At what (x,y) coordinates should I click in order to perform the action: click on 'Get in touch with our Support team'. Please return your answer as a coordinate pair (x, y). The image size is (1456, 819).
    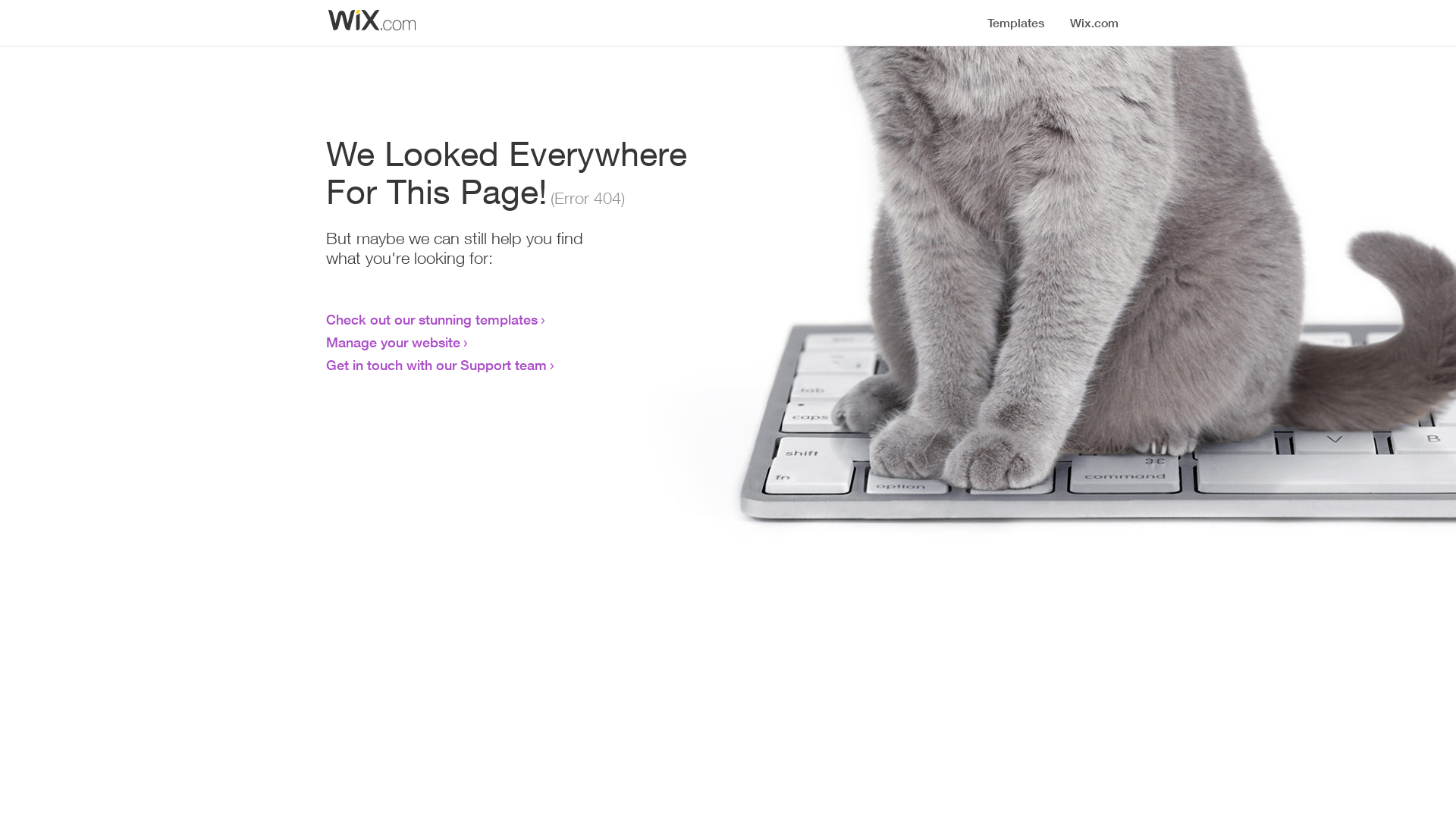
    Looking at the image, I should click on (435, 365).